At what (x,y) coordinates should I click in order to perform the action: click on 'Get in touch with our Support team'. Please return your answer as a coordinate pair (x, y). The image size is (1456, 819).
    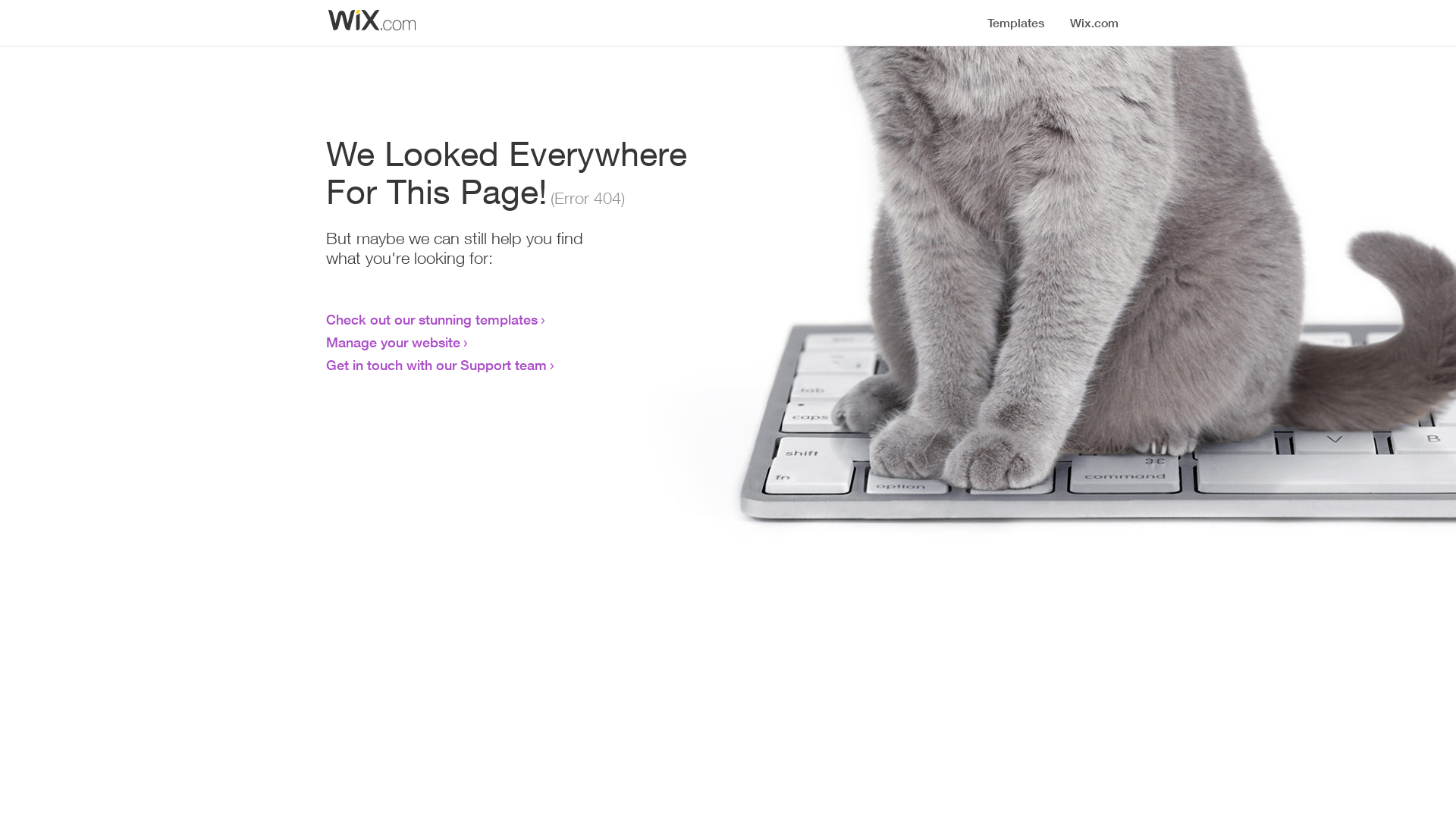
    Looking at the image, I should click on (435, 365).